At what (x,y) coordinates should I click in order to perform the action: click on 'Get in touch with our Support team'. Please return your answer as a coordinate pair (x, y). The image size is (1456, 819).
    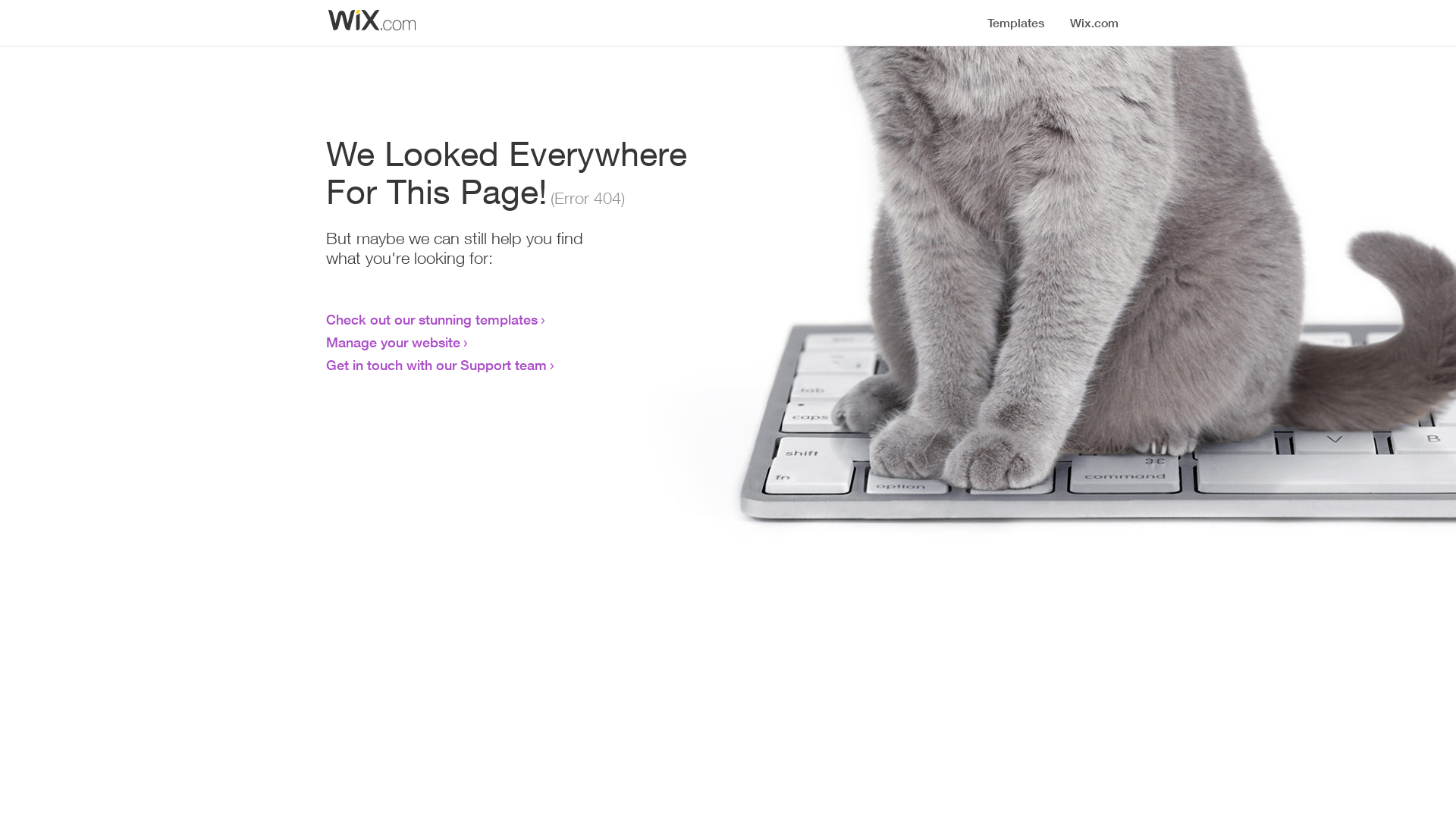
    Looking at the image, I should click on (435, 365).